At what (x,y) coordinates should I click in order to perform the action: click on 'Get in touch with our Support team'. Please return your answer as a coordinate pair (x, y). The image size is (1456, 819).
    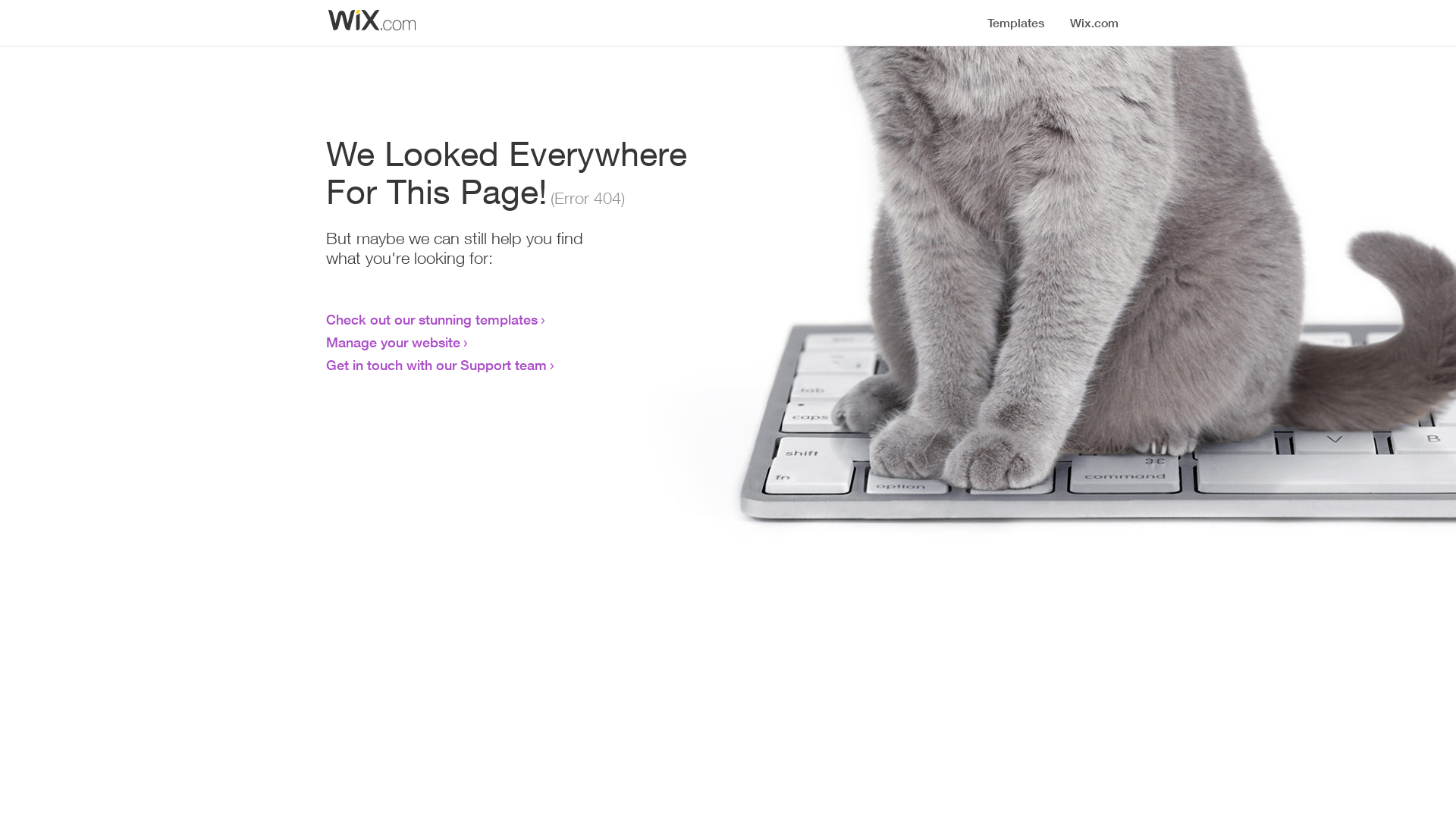
    Looking at the image, I should click on (435, 365).